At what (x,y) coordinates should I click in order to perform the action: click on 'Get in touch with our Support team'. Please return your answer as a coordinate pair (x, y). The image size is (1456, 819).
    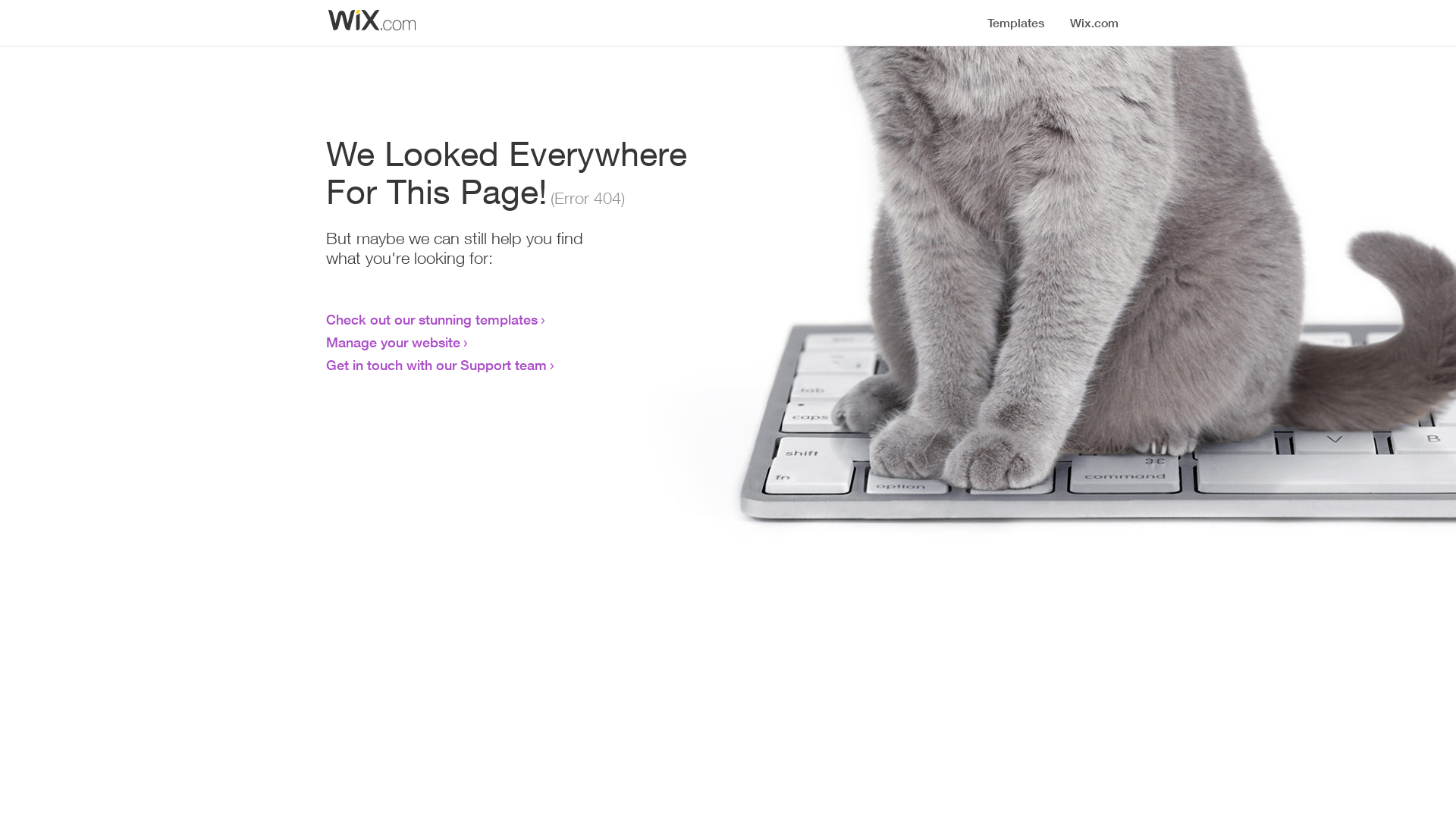
    Looking at the image, I should click on (435, 365).